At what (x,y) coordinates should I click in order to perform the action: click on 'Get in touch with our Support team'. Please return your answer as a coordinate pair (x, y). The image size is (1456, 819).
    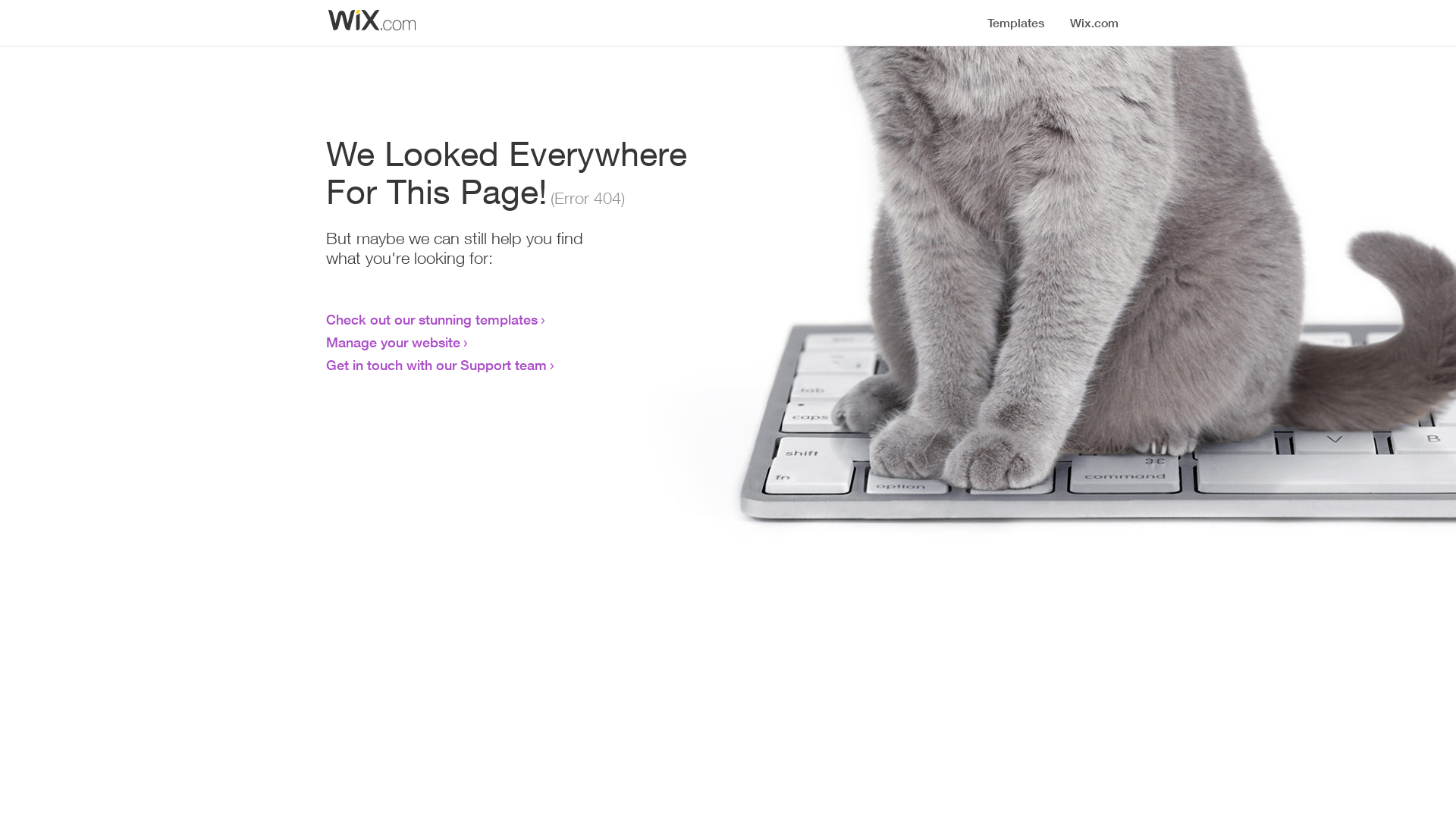
    Looking at the image, I should click on (435, 365).